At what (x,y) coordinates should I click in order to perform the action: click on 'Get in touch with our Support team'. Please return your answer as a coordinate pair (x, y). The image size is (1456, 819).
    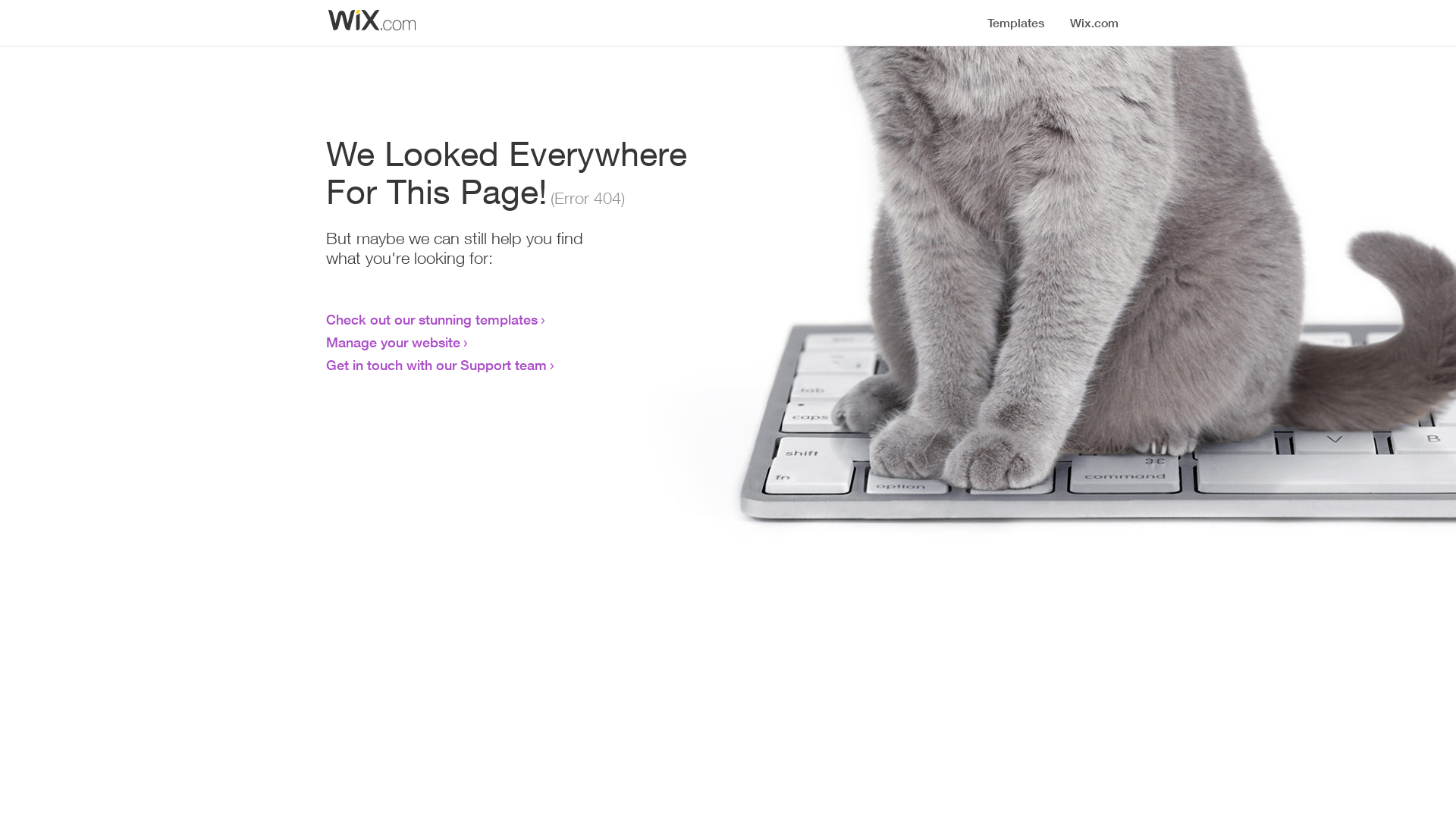
    Looking at the image, I should click on (435, 365).